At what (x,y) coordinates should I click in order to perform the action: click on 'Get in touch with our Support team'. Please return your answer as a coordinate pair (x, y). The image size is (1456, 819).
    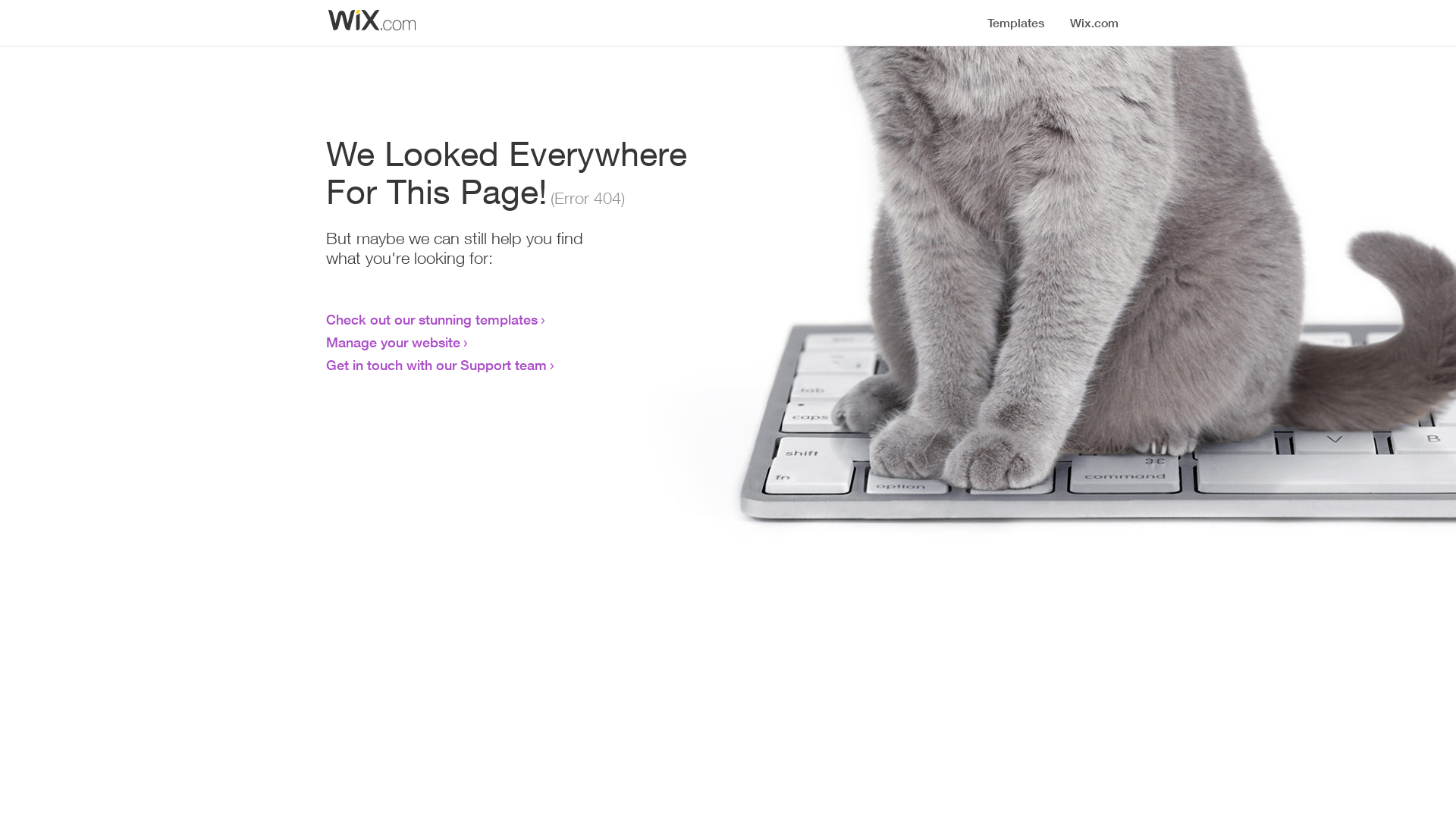
    Looking at the image, I should click on (435, 365).